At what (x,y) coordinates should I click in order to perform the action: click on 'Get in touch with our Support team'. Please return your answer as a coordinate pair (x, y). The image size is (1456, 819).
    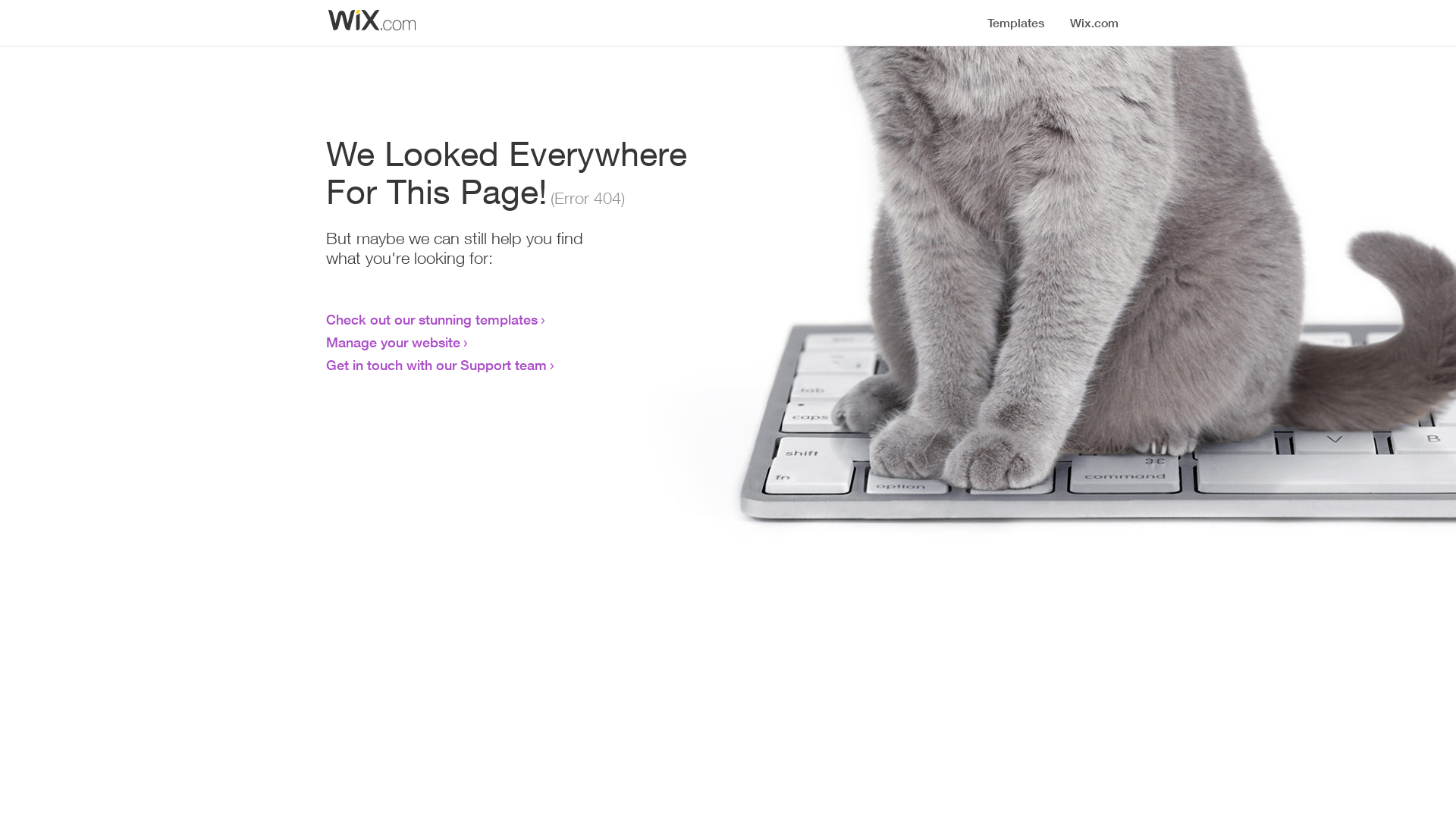
    Looking at the image, I should click on (435, 365).